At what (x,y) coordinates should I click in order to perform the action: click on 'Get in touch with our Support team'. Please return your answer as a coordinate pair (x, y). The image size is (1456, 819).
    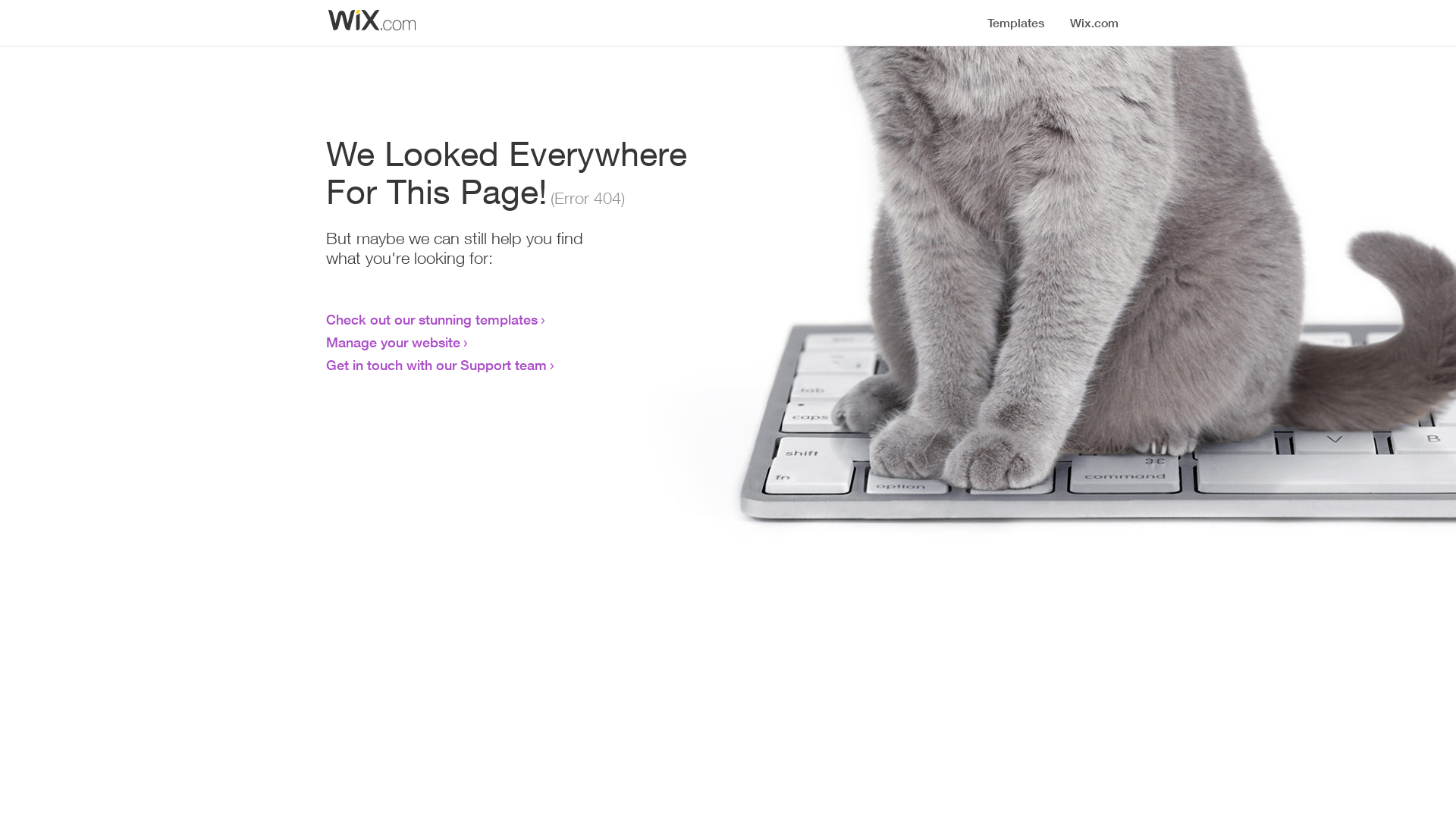
    Looking at the image, I should click on (435, 365).